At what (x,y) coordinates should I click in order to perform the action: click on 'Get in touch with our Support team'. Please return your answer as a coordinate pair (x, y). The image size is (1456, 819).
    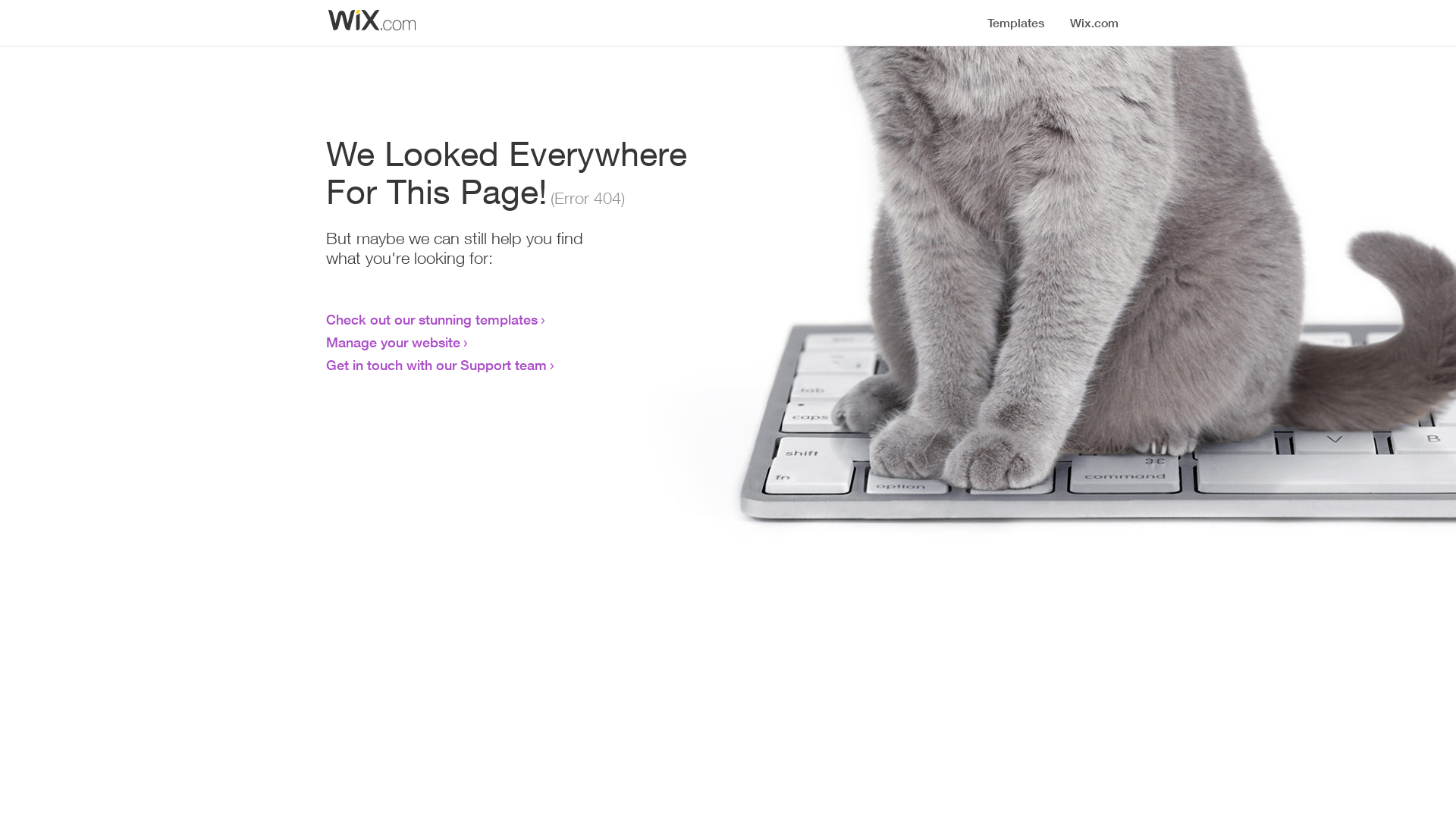
    Looking at the image, I should click on (435, 365).